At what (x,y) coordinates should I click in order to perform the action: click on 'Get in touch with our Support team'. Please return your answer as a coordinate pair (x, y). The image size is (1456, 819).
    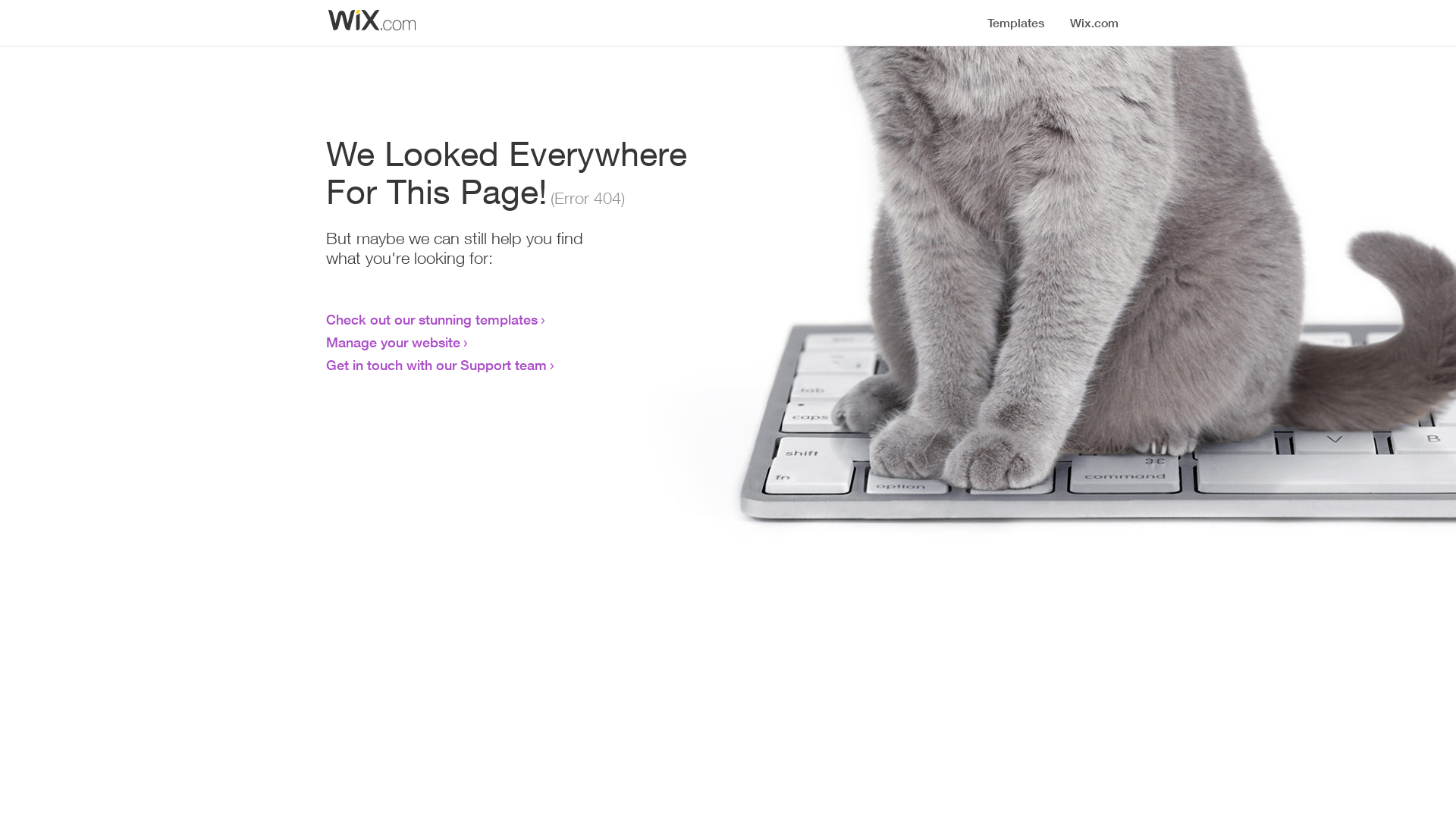
    Looking at the image, I should click on (435, 365).